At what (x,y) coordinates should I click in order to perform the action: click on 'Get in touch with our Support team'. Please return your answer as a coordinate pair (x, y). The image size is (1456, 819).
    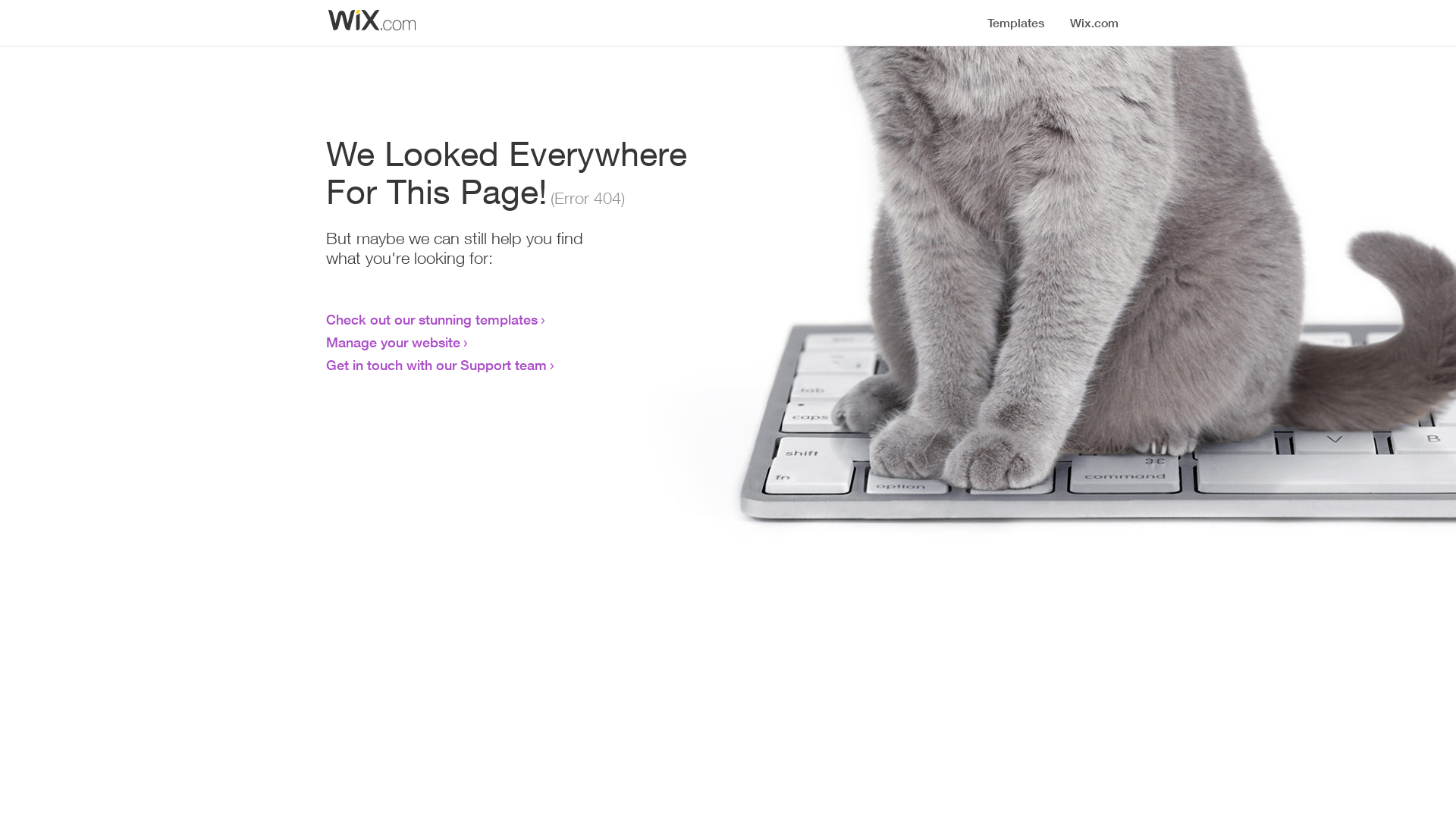
    Looking at the image, I should click on (435, 365).